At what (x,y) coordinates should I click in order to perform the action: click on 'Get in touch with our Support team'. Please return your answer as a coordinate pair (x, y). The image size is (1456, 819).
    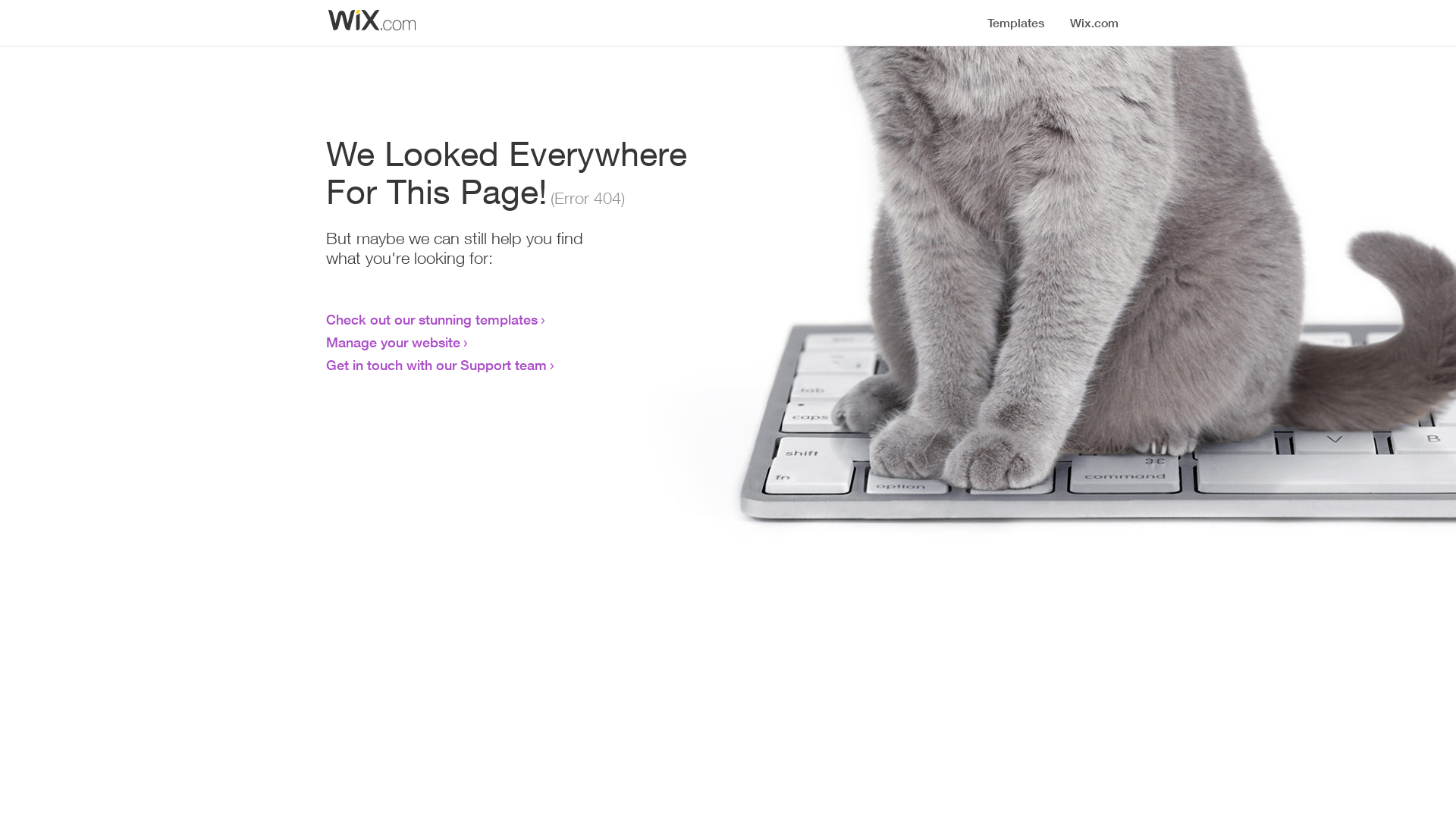
    Looking at the image, I should click on (435, 365).